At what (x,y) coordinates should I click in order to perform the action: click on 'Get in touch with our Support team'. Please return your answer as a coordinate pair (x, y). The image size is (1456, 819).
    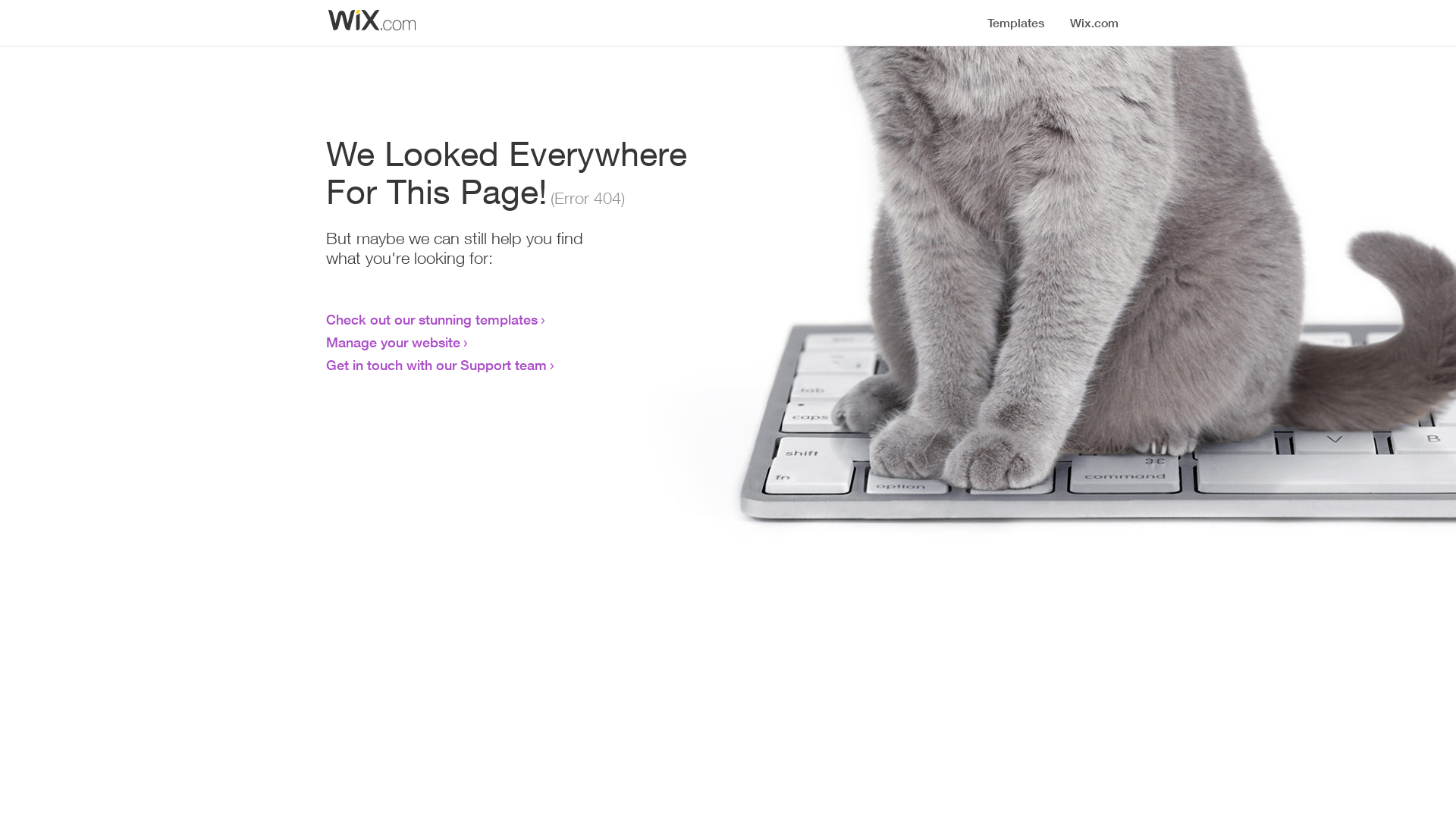
    Looking at the image, I should click on (435, 365).